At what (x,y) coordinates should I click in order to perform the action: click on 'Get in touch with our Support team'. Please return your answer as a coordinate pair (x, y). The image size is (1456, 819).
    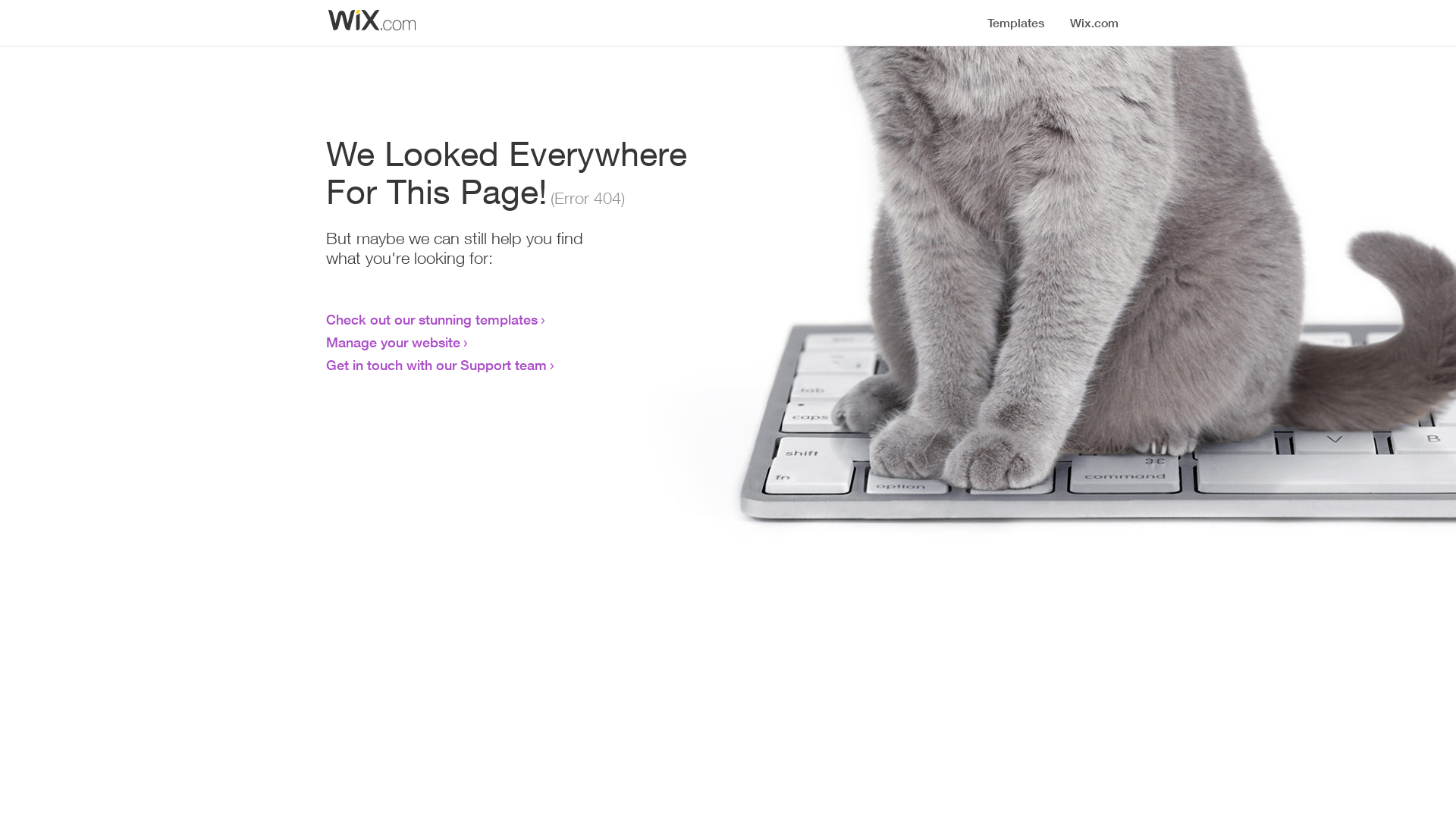
    Looking at the image, I should click on (435, 365).